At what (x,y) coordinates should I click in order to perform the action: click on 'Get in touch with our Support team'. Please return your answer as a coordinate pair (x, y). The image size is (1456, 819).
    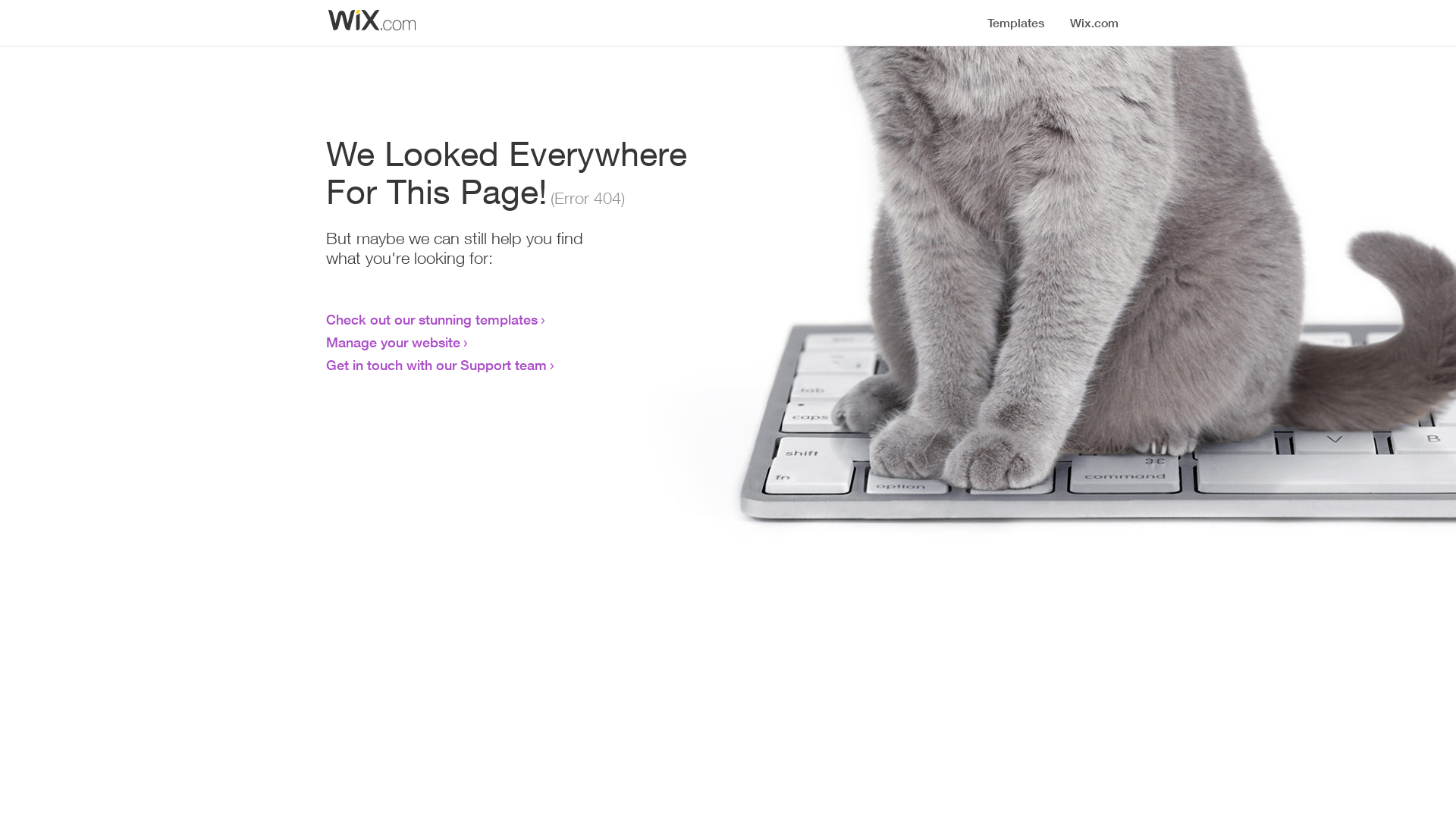
    Looking at the image, I should click on (435, 365).